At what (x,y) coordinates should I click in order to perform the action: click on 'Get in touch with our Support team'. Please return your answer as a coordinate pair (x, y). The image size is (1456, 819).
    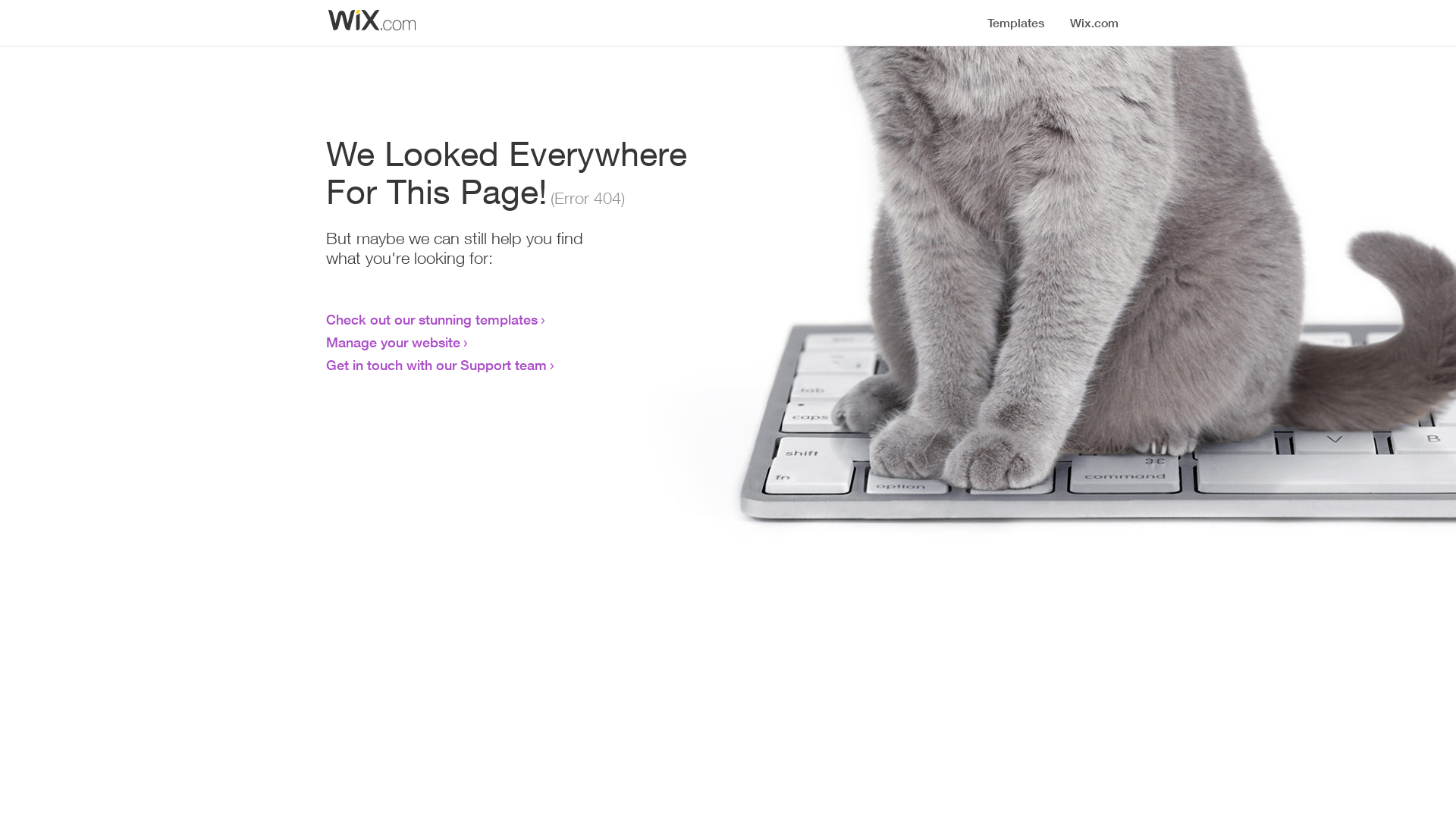
    Looking at the image, I should click on (435, 365).